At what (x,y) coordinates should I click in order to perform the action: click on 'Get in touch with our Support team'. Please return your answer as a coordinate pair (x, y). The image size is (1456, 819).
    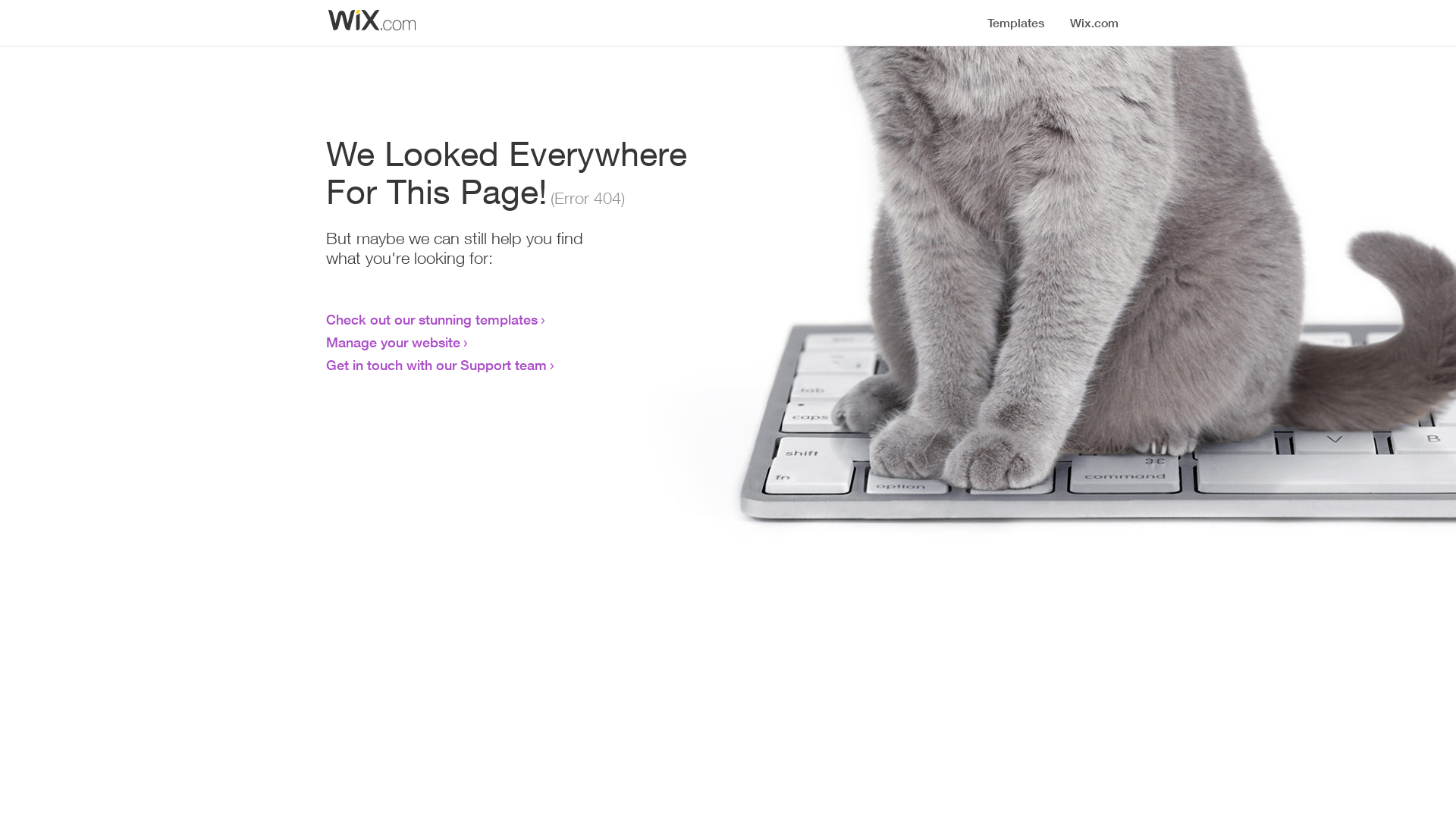
    Looking at the image, I should click on (435, 365).